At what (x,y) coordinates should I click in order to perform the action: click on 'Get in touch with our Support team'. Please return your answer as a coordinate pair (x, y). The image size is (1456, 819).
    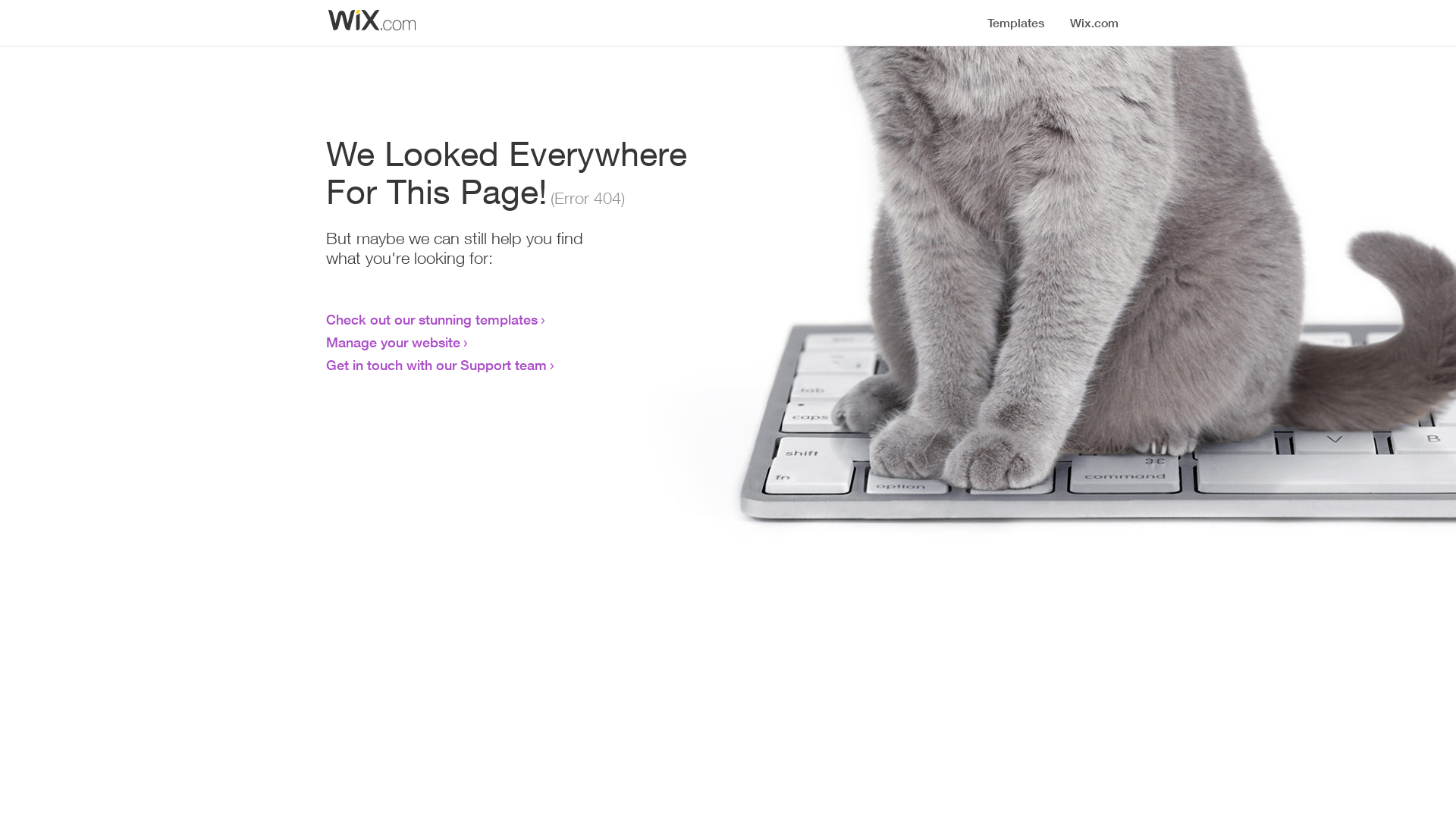
    Looking at the image, I should click on (435, 365).